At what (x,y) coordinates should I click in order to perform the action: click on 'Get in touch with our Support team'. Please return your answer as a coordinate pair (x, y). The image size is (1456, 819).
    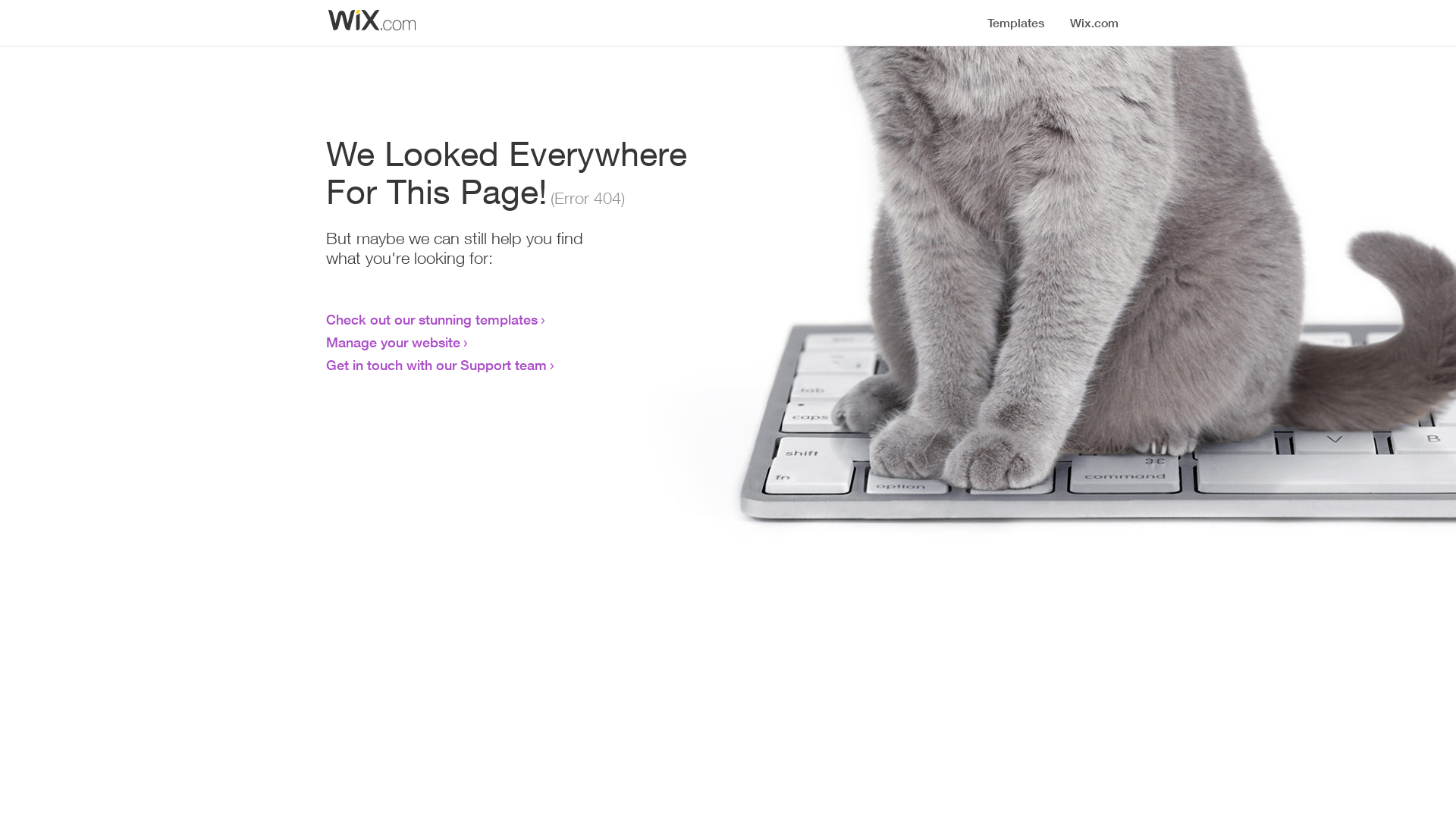
    Looking at the image, I should click on (435, 365).